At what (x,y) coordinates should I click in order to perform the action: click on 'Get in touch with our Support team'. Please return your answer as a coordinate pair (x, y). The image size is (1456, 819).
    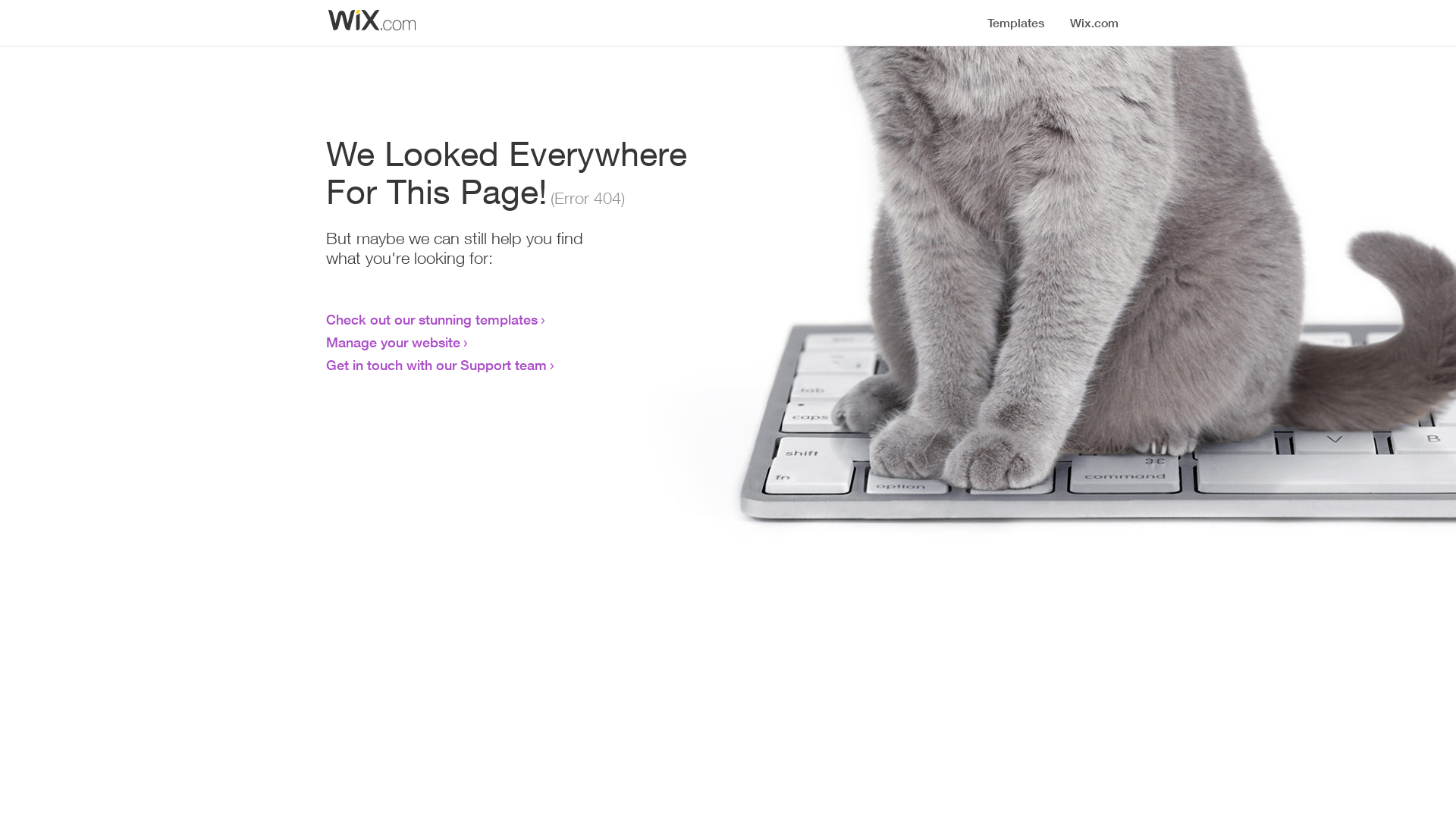
    Looking at the image, I should click on (435, 365).